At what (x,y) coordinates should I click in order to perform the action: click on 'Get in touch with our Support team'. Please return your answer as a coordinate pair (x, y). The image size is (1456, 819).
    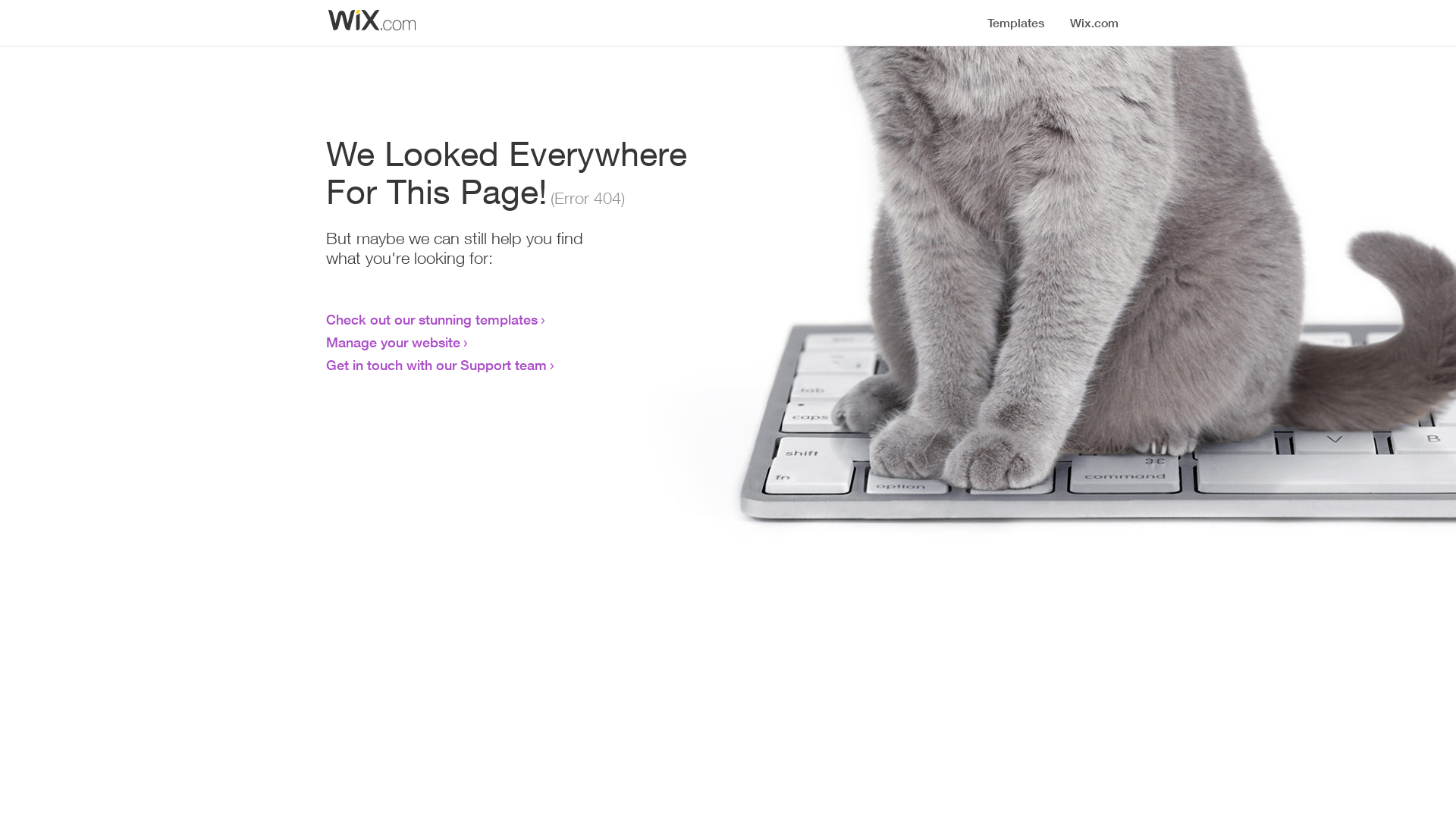
    Looking at the image, I should click on (435, 365).